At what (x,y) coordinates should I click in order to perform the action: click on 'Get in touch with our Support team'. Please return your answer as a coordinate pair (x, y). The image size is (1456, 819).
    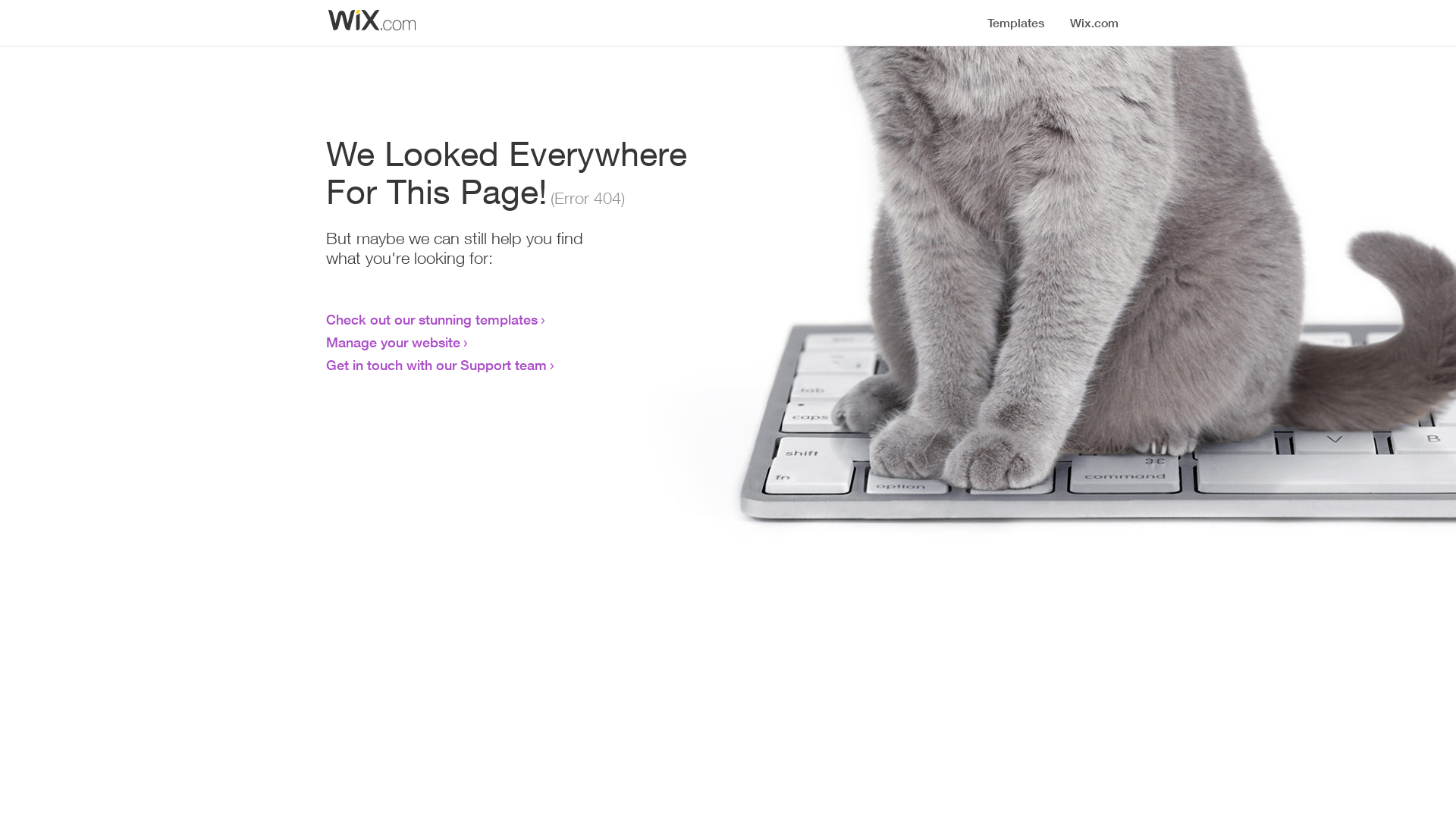
    Looking at the image, I should click on (435, 365).